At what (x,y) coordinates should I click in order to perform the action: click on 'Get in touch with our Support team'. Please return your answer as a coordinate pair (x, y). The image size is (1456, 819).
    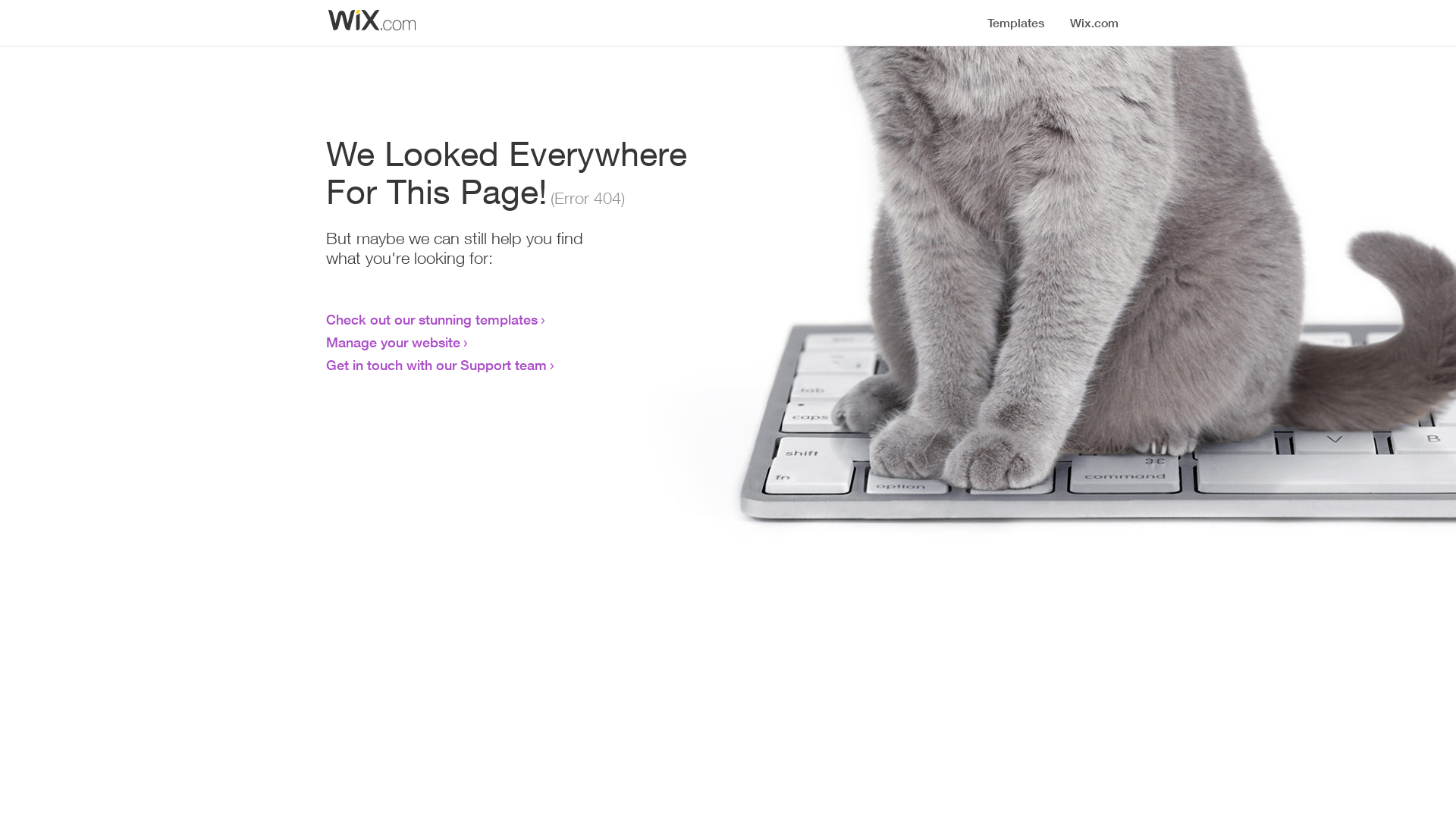
    Looking at the image, I should click on (435, 365).